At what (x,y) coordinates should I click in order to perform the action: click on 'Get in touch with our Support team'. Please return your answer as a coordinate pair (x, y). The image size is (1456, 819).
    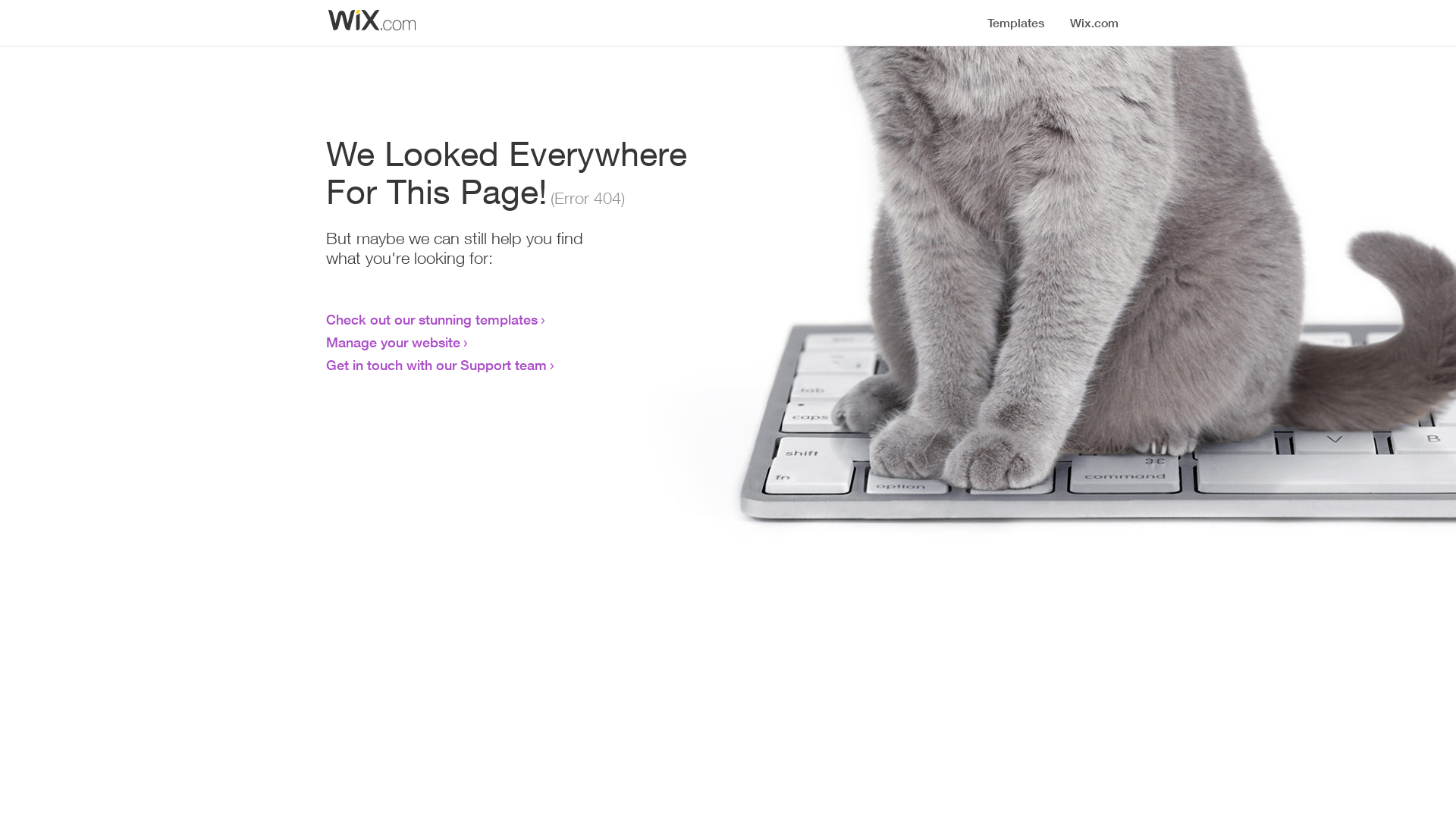
    Looking at the image, I should click on (435, 365).